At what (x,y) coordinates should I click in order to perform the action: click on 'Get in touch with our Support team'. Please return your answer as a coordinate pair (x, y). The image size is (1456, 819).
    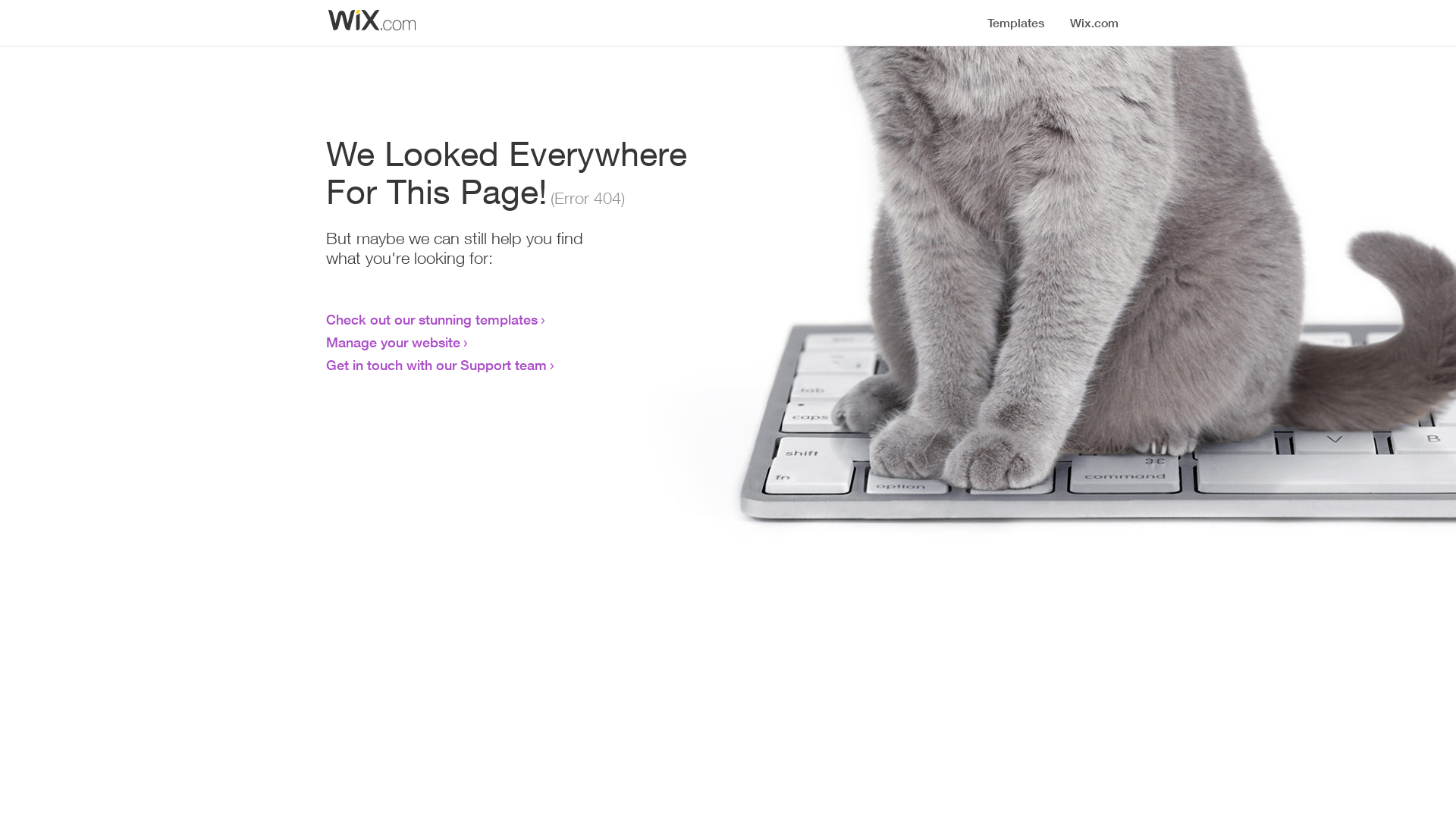
    Looking at the image, I should click on (435, 365).